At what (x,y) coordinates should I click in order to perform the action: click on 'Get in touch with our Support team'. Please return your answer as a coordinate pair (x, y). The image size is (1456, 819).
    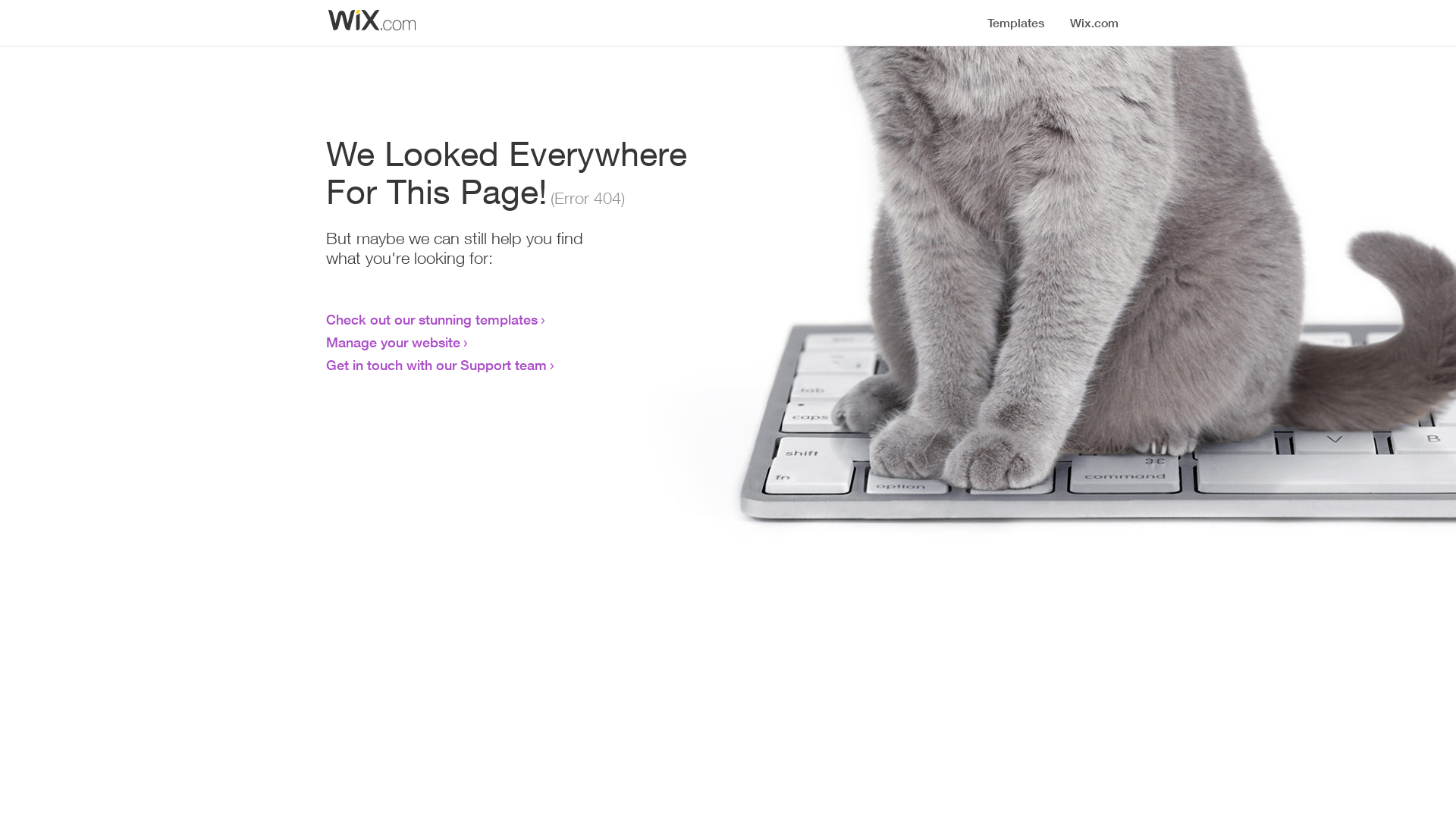
    Looking at the image, I should click on (435, 365).